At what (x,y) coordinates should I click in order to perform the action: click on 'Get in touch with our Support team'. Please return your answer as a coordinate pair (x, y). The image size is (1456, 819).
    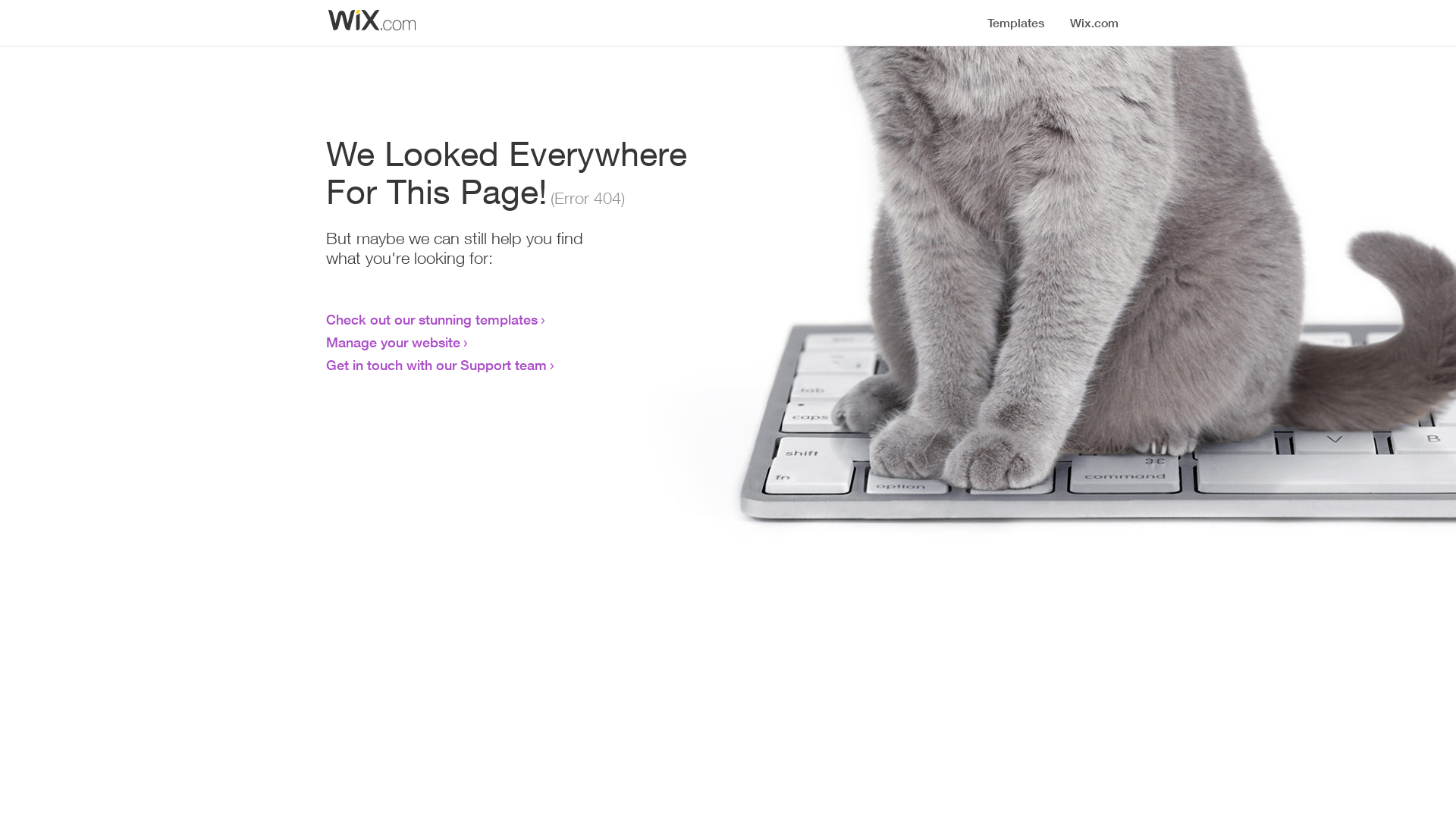
    Looking at the image, I should click on (435, 365).